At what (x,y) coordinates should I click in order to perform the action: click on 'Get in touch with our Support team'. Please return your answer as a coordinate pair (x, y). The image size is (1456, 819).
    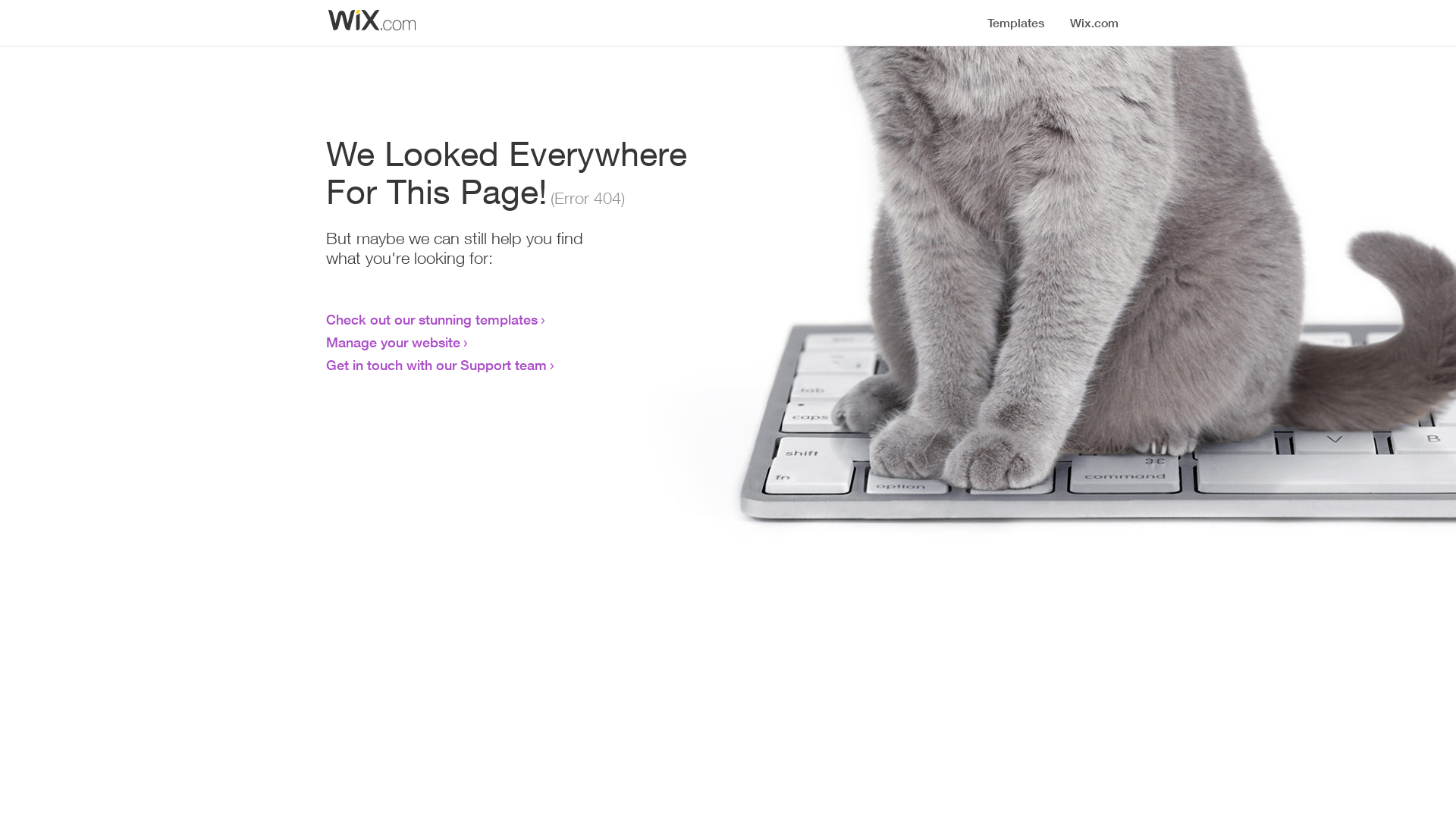
    Looking at the image, I should click on (435, 365).